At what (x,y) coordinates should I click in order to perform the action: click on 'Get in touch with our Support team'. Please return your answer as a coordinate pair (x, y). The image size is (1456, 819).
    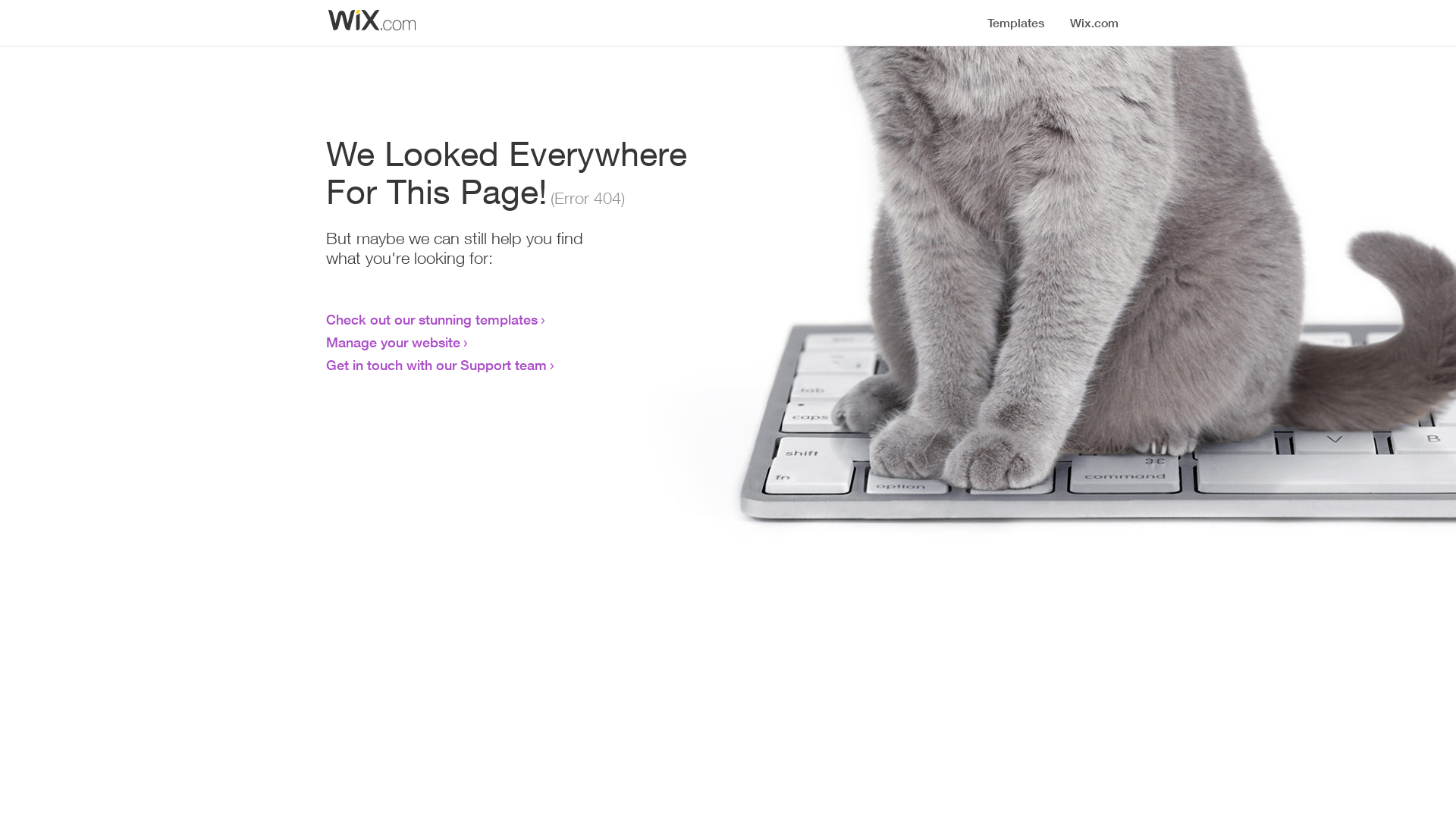
    Looking at the image, I should click on (435, 365).